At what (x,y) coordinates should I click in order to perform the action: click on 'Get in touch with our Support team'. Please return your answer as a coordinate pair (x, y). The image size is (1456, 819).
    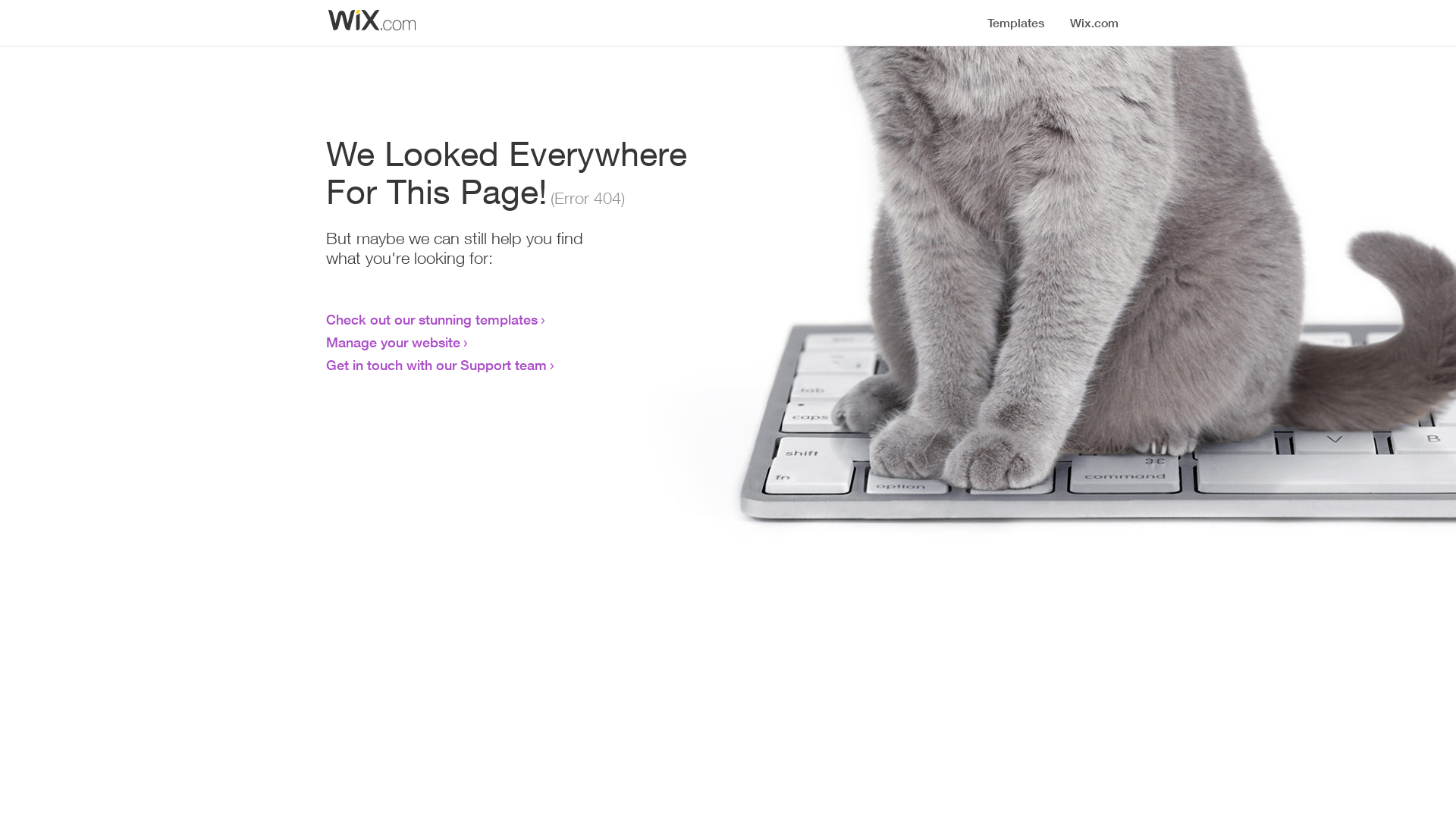
    Looking at the image, I should click on (435, 365).